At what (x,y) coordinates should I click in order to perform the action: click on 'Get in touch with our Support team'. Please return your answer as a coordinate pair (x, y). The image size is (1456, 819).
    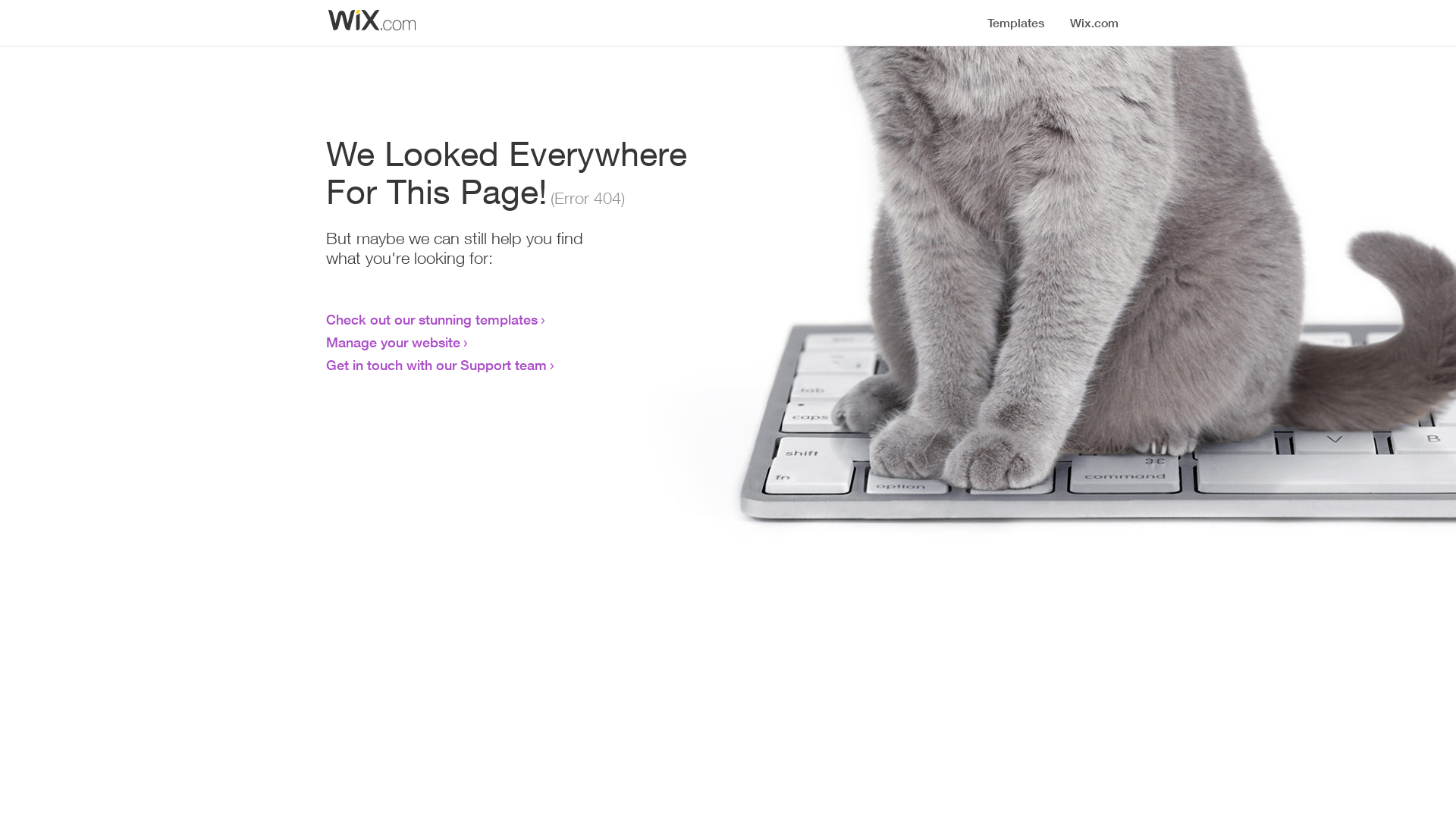
    Looking at the image, I should click on (435, 365).